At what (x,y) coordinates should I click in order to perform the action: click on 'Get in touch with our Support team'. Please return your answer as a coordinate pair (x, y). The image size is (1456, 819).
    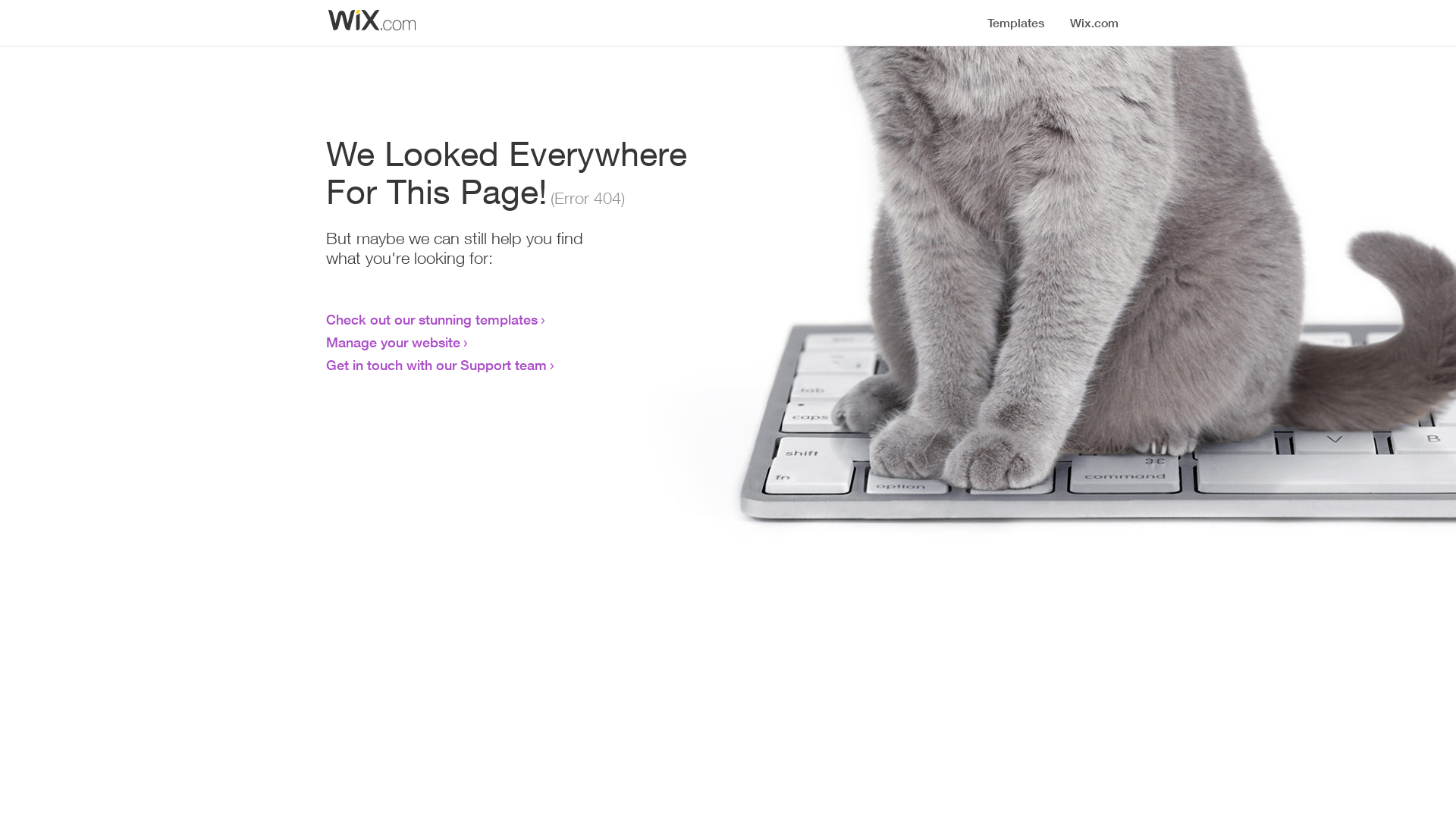
    Looking at the image, I should click on (435, 365).